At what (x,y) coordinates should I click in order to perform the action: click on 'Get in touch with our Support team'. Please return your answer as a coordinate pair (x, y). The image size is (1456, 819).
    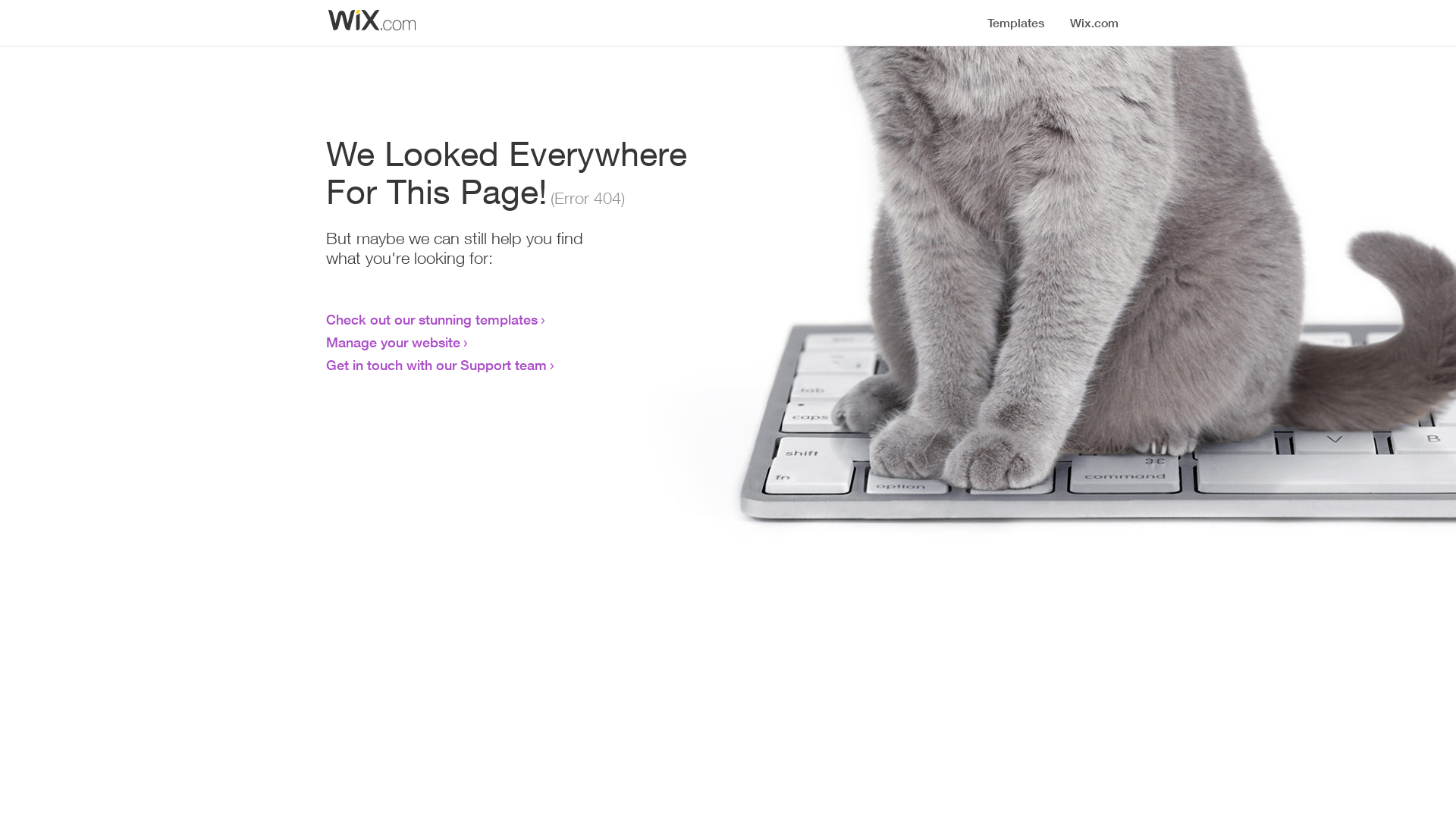
    Looking at the image, I should click on (435, 365).